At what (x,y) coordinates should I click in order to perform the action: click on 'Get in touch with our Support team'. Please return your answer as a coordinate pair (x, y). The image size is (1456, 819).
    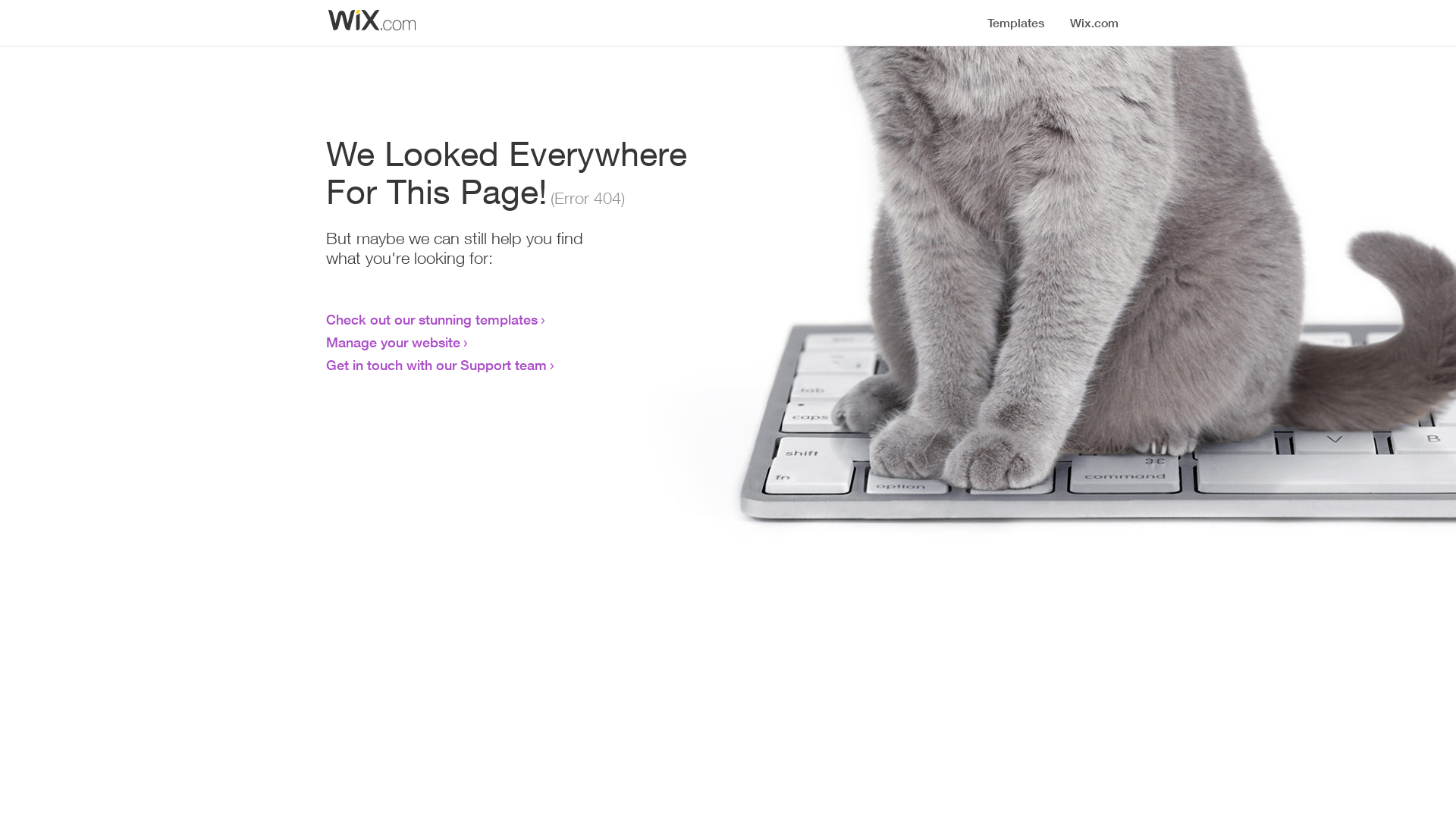
    Looking at the image, I should click on (435, 365).